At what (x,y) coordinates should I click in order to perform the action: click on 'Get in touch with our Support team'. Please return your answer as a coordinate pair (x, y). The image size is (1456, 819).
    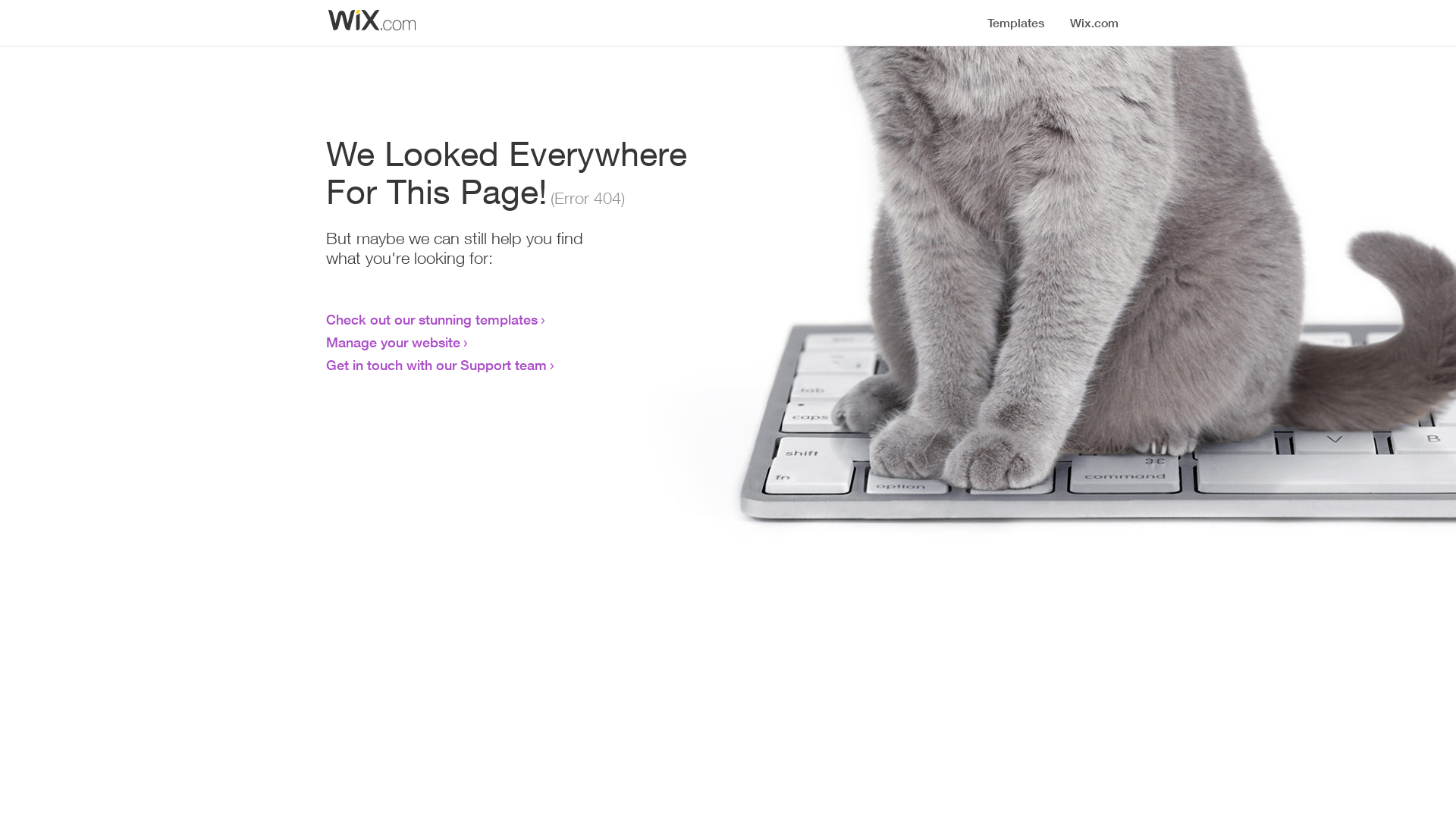
    Looking at the image, I should click on (435, 365).